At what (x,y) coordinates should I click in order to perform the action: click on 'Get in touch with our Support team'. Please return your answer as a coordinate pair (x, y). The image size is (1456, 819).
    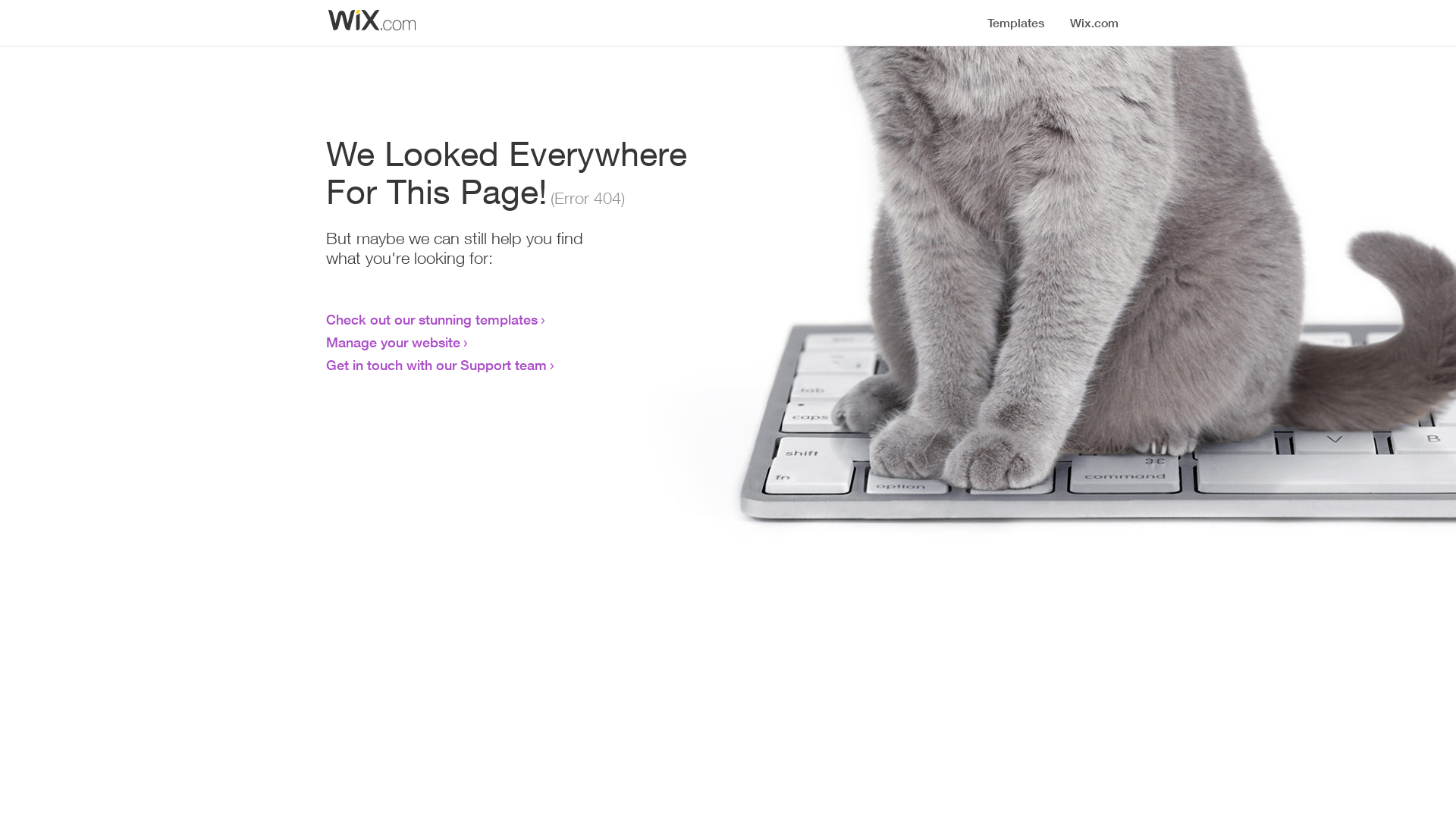
    Looking at the image, I should click on (435, 365).